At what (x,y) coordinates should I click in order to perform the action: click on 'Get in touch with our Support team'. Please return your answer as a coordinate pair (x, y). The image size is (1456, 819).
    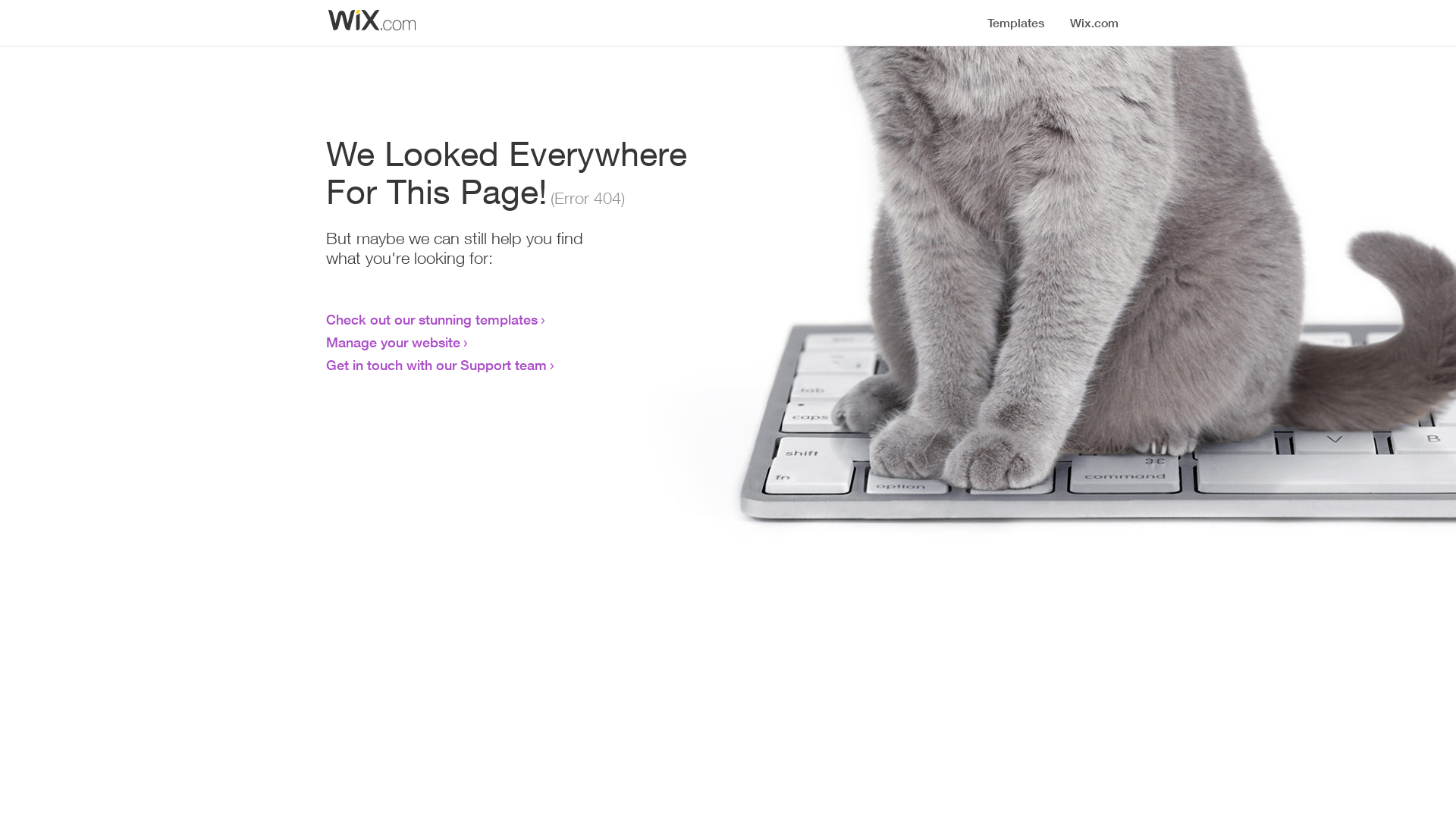
    Looking at the image, I should click on (435, 365).